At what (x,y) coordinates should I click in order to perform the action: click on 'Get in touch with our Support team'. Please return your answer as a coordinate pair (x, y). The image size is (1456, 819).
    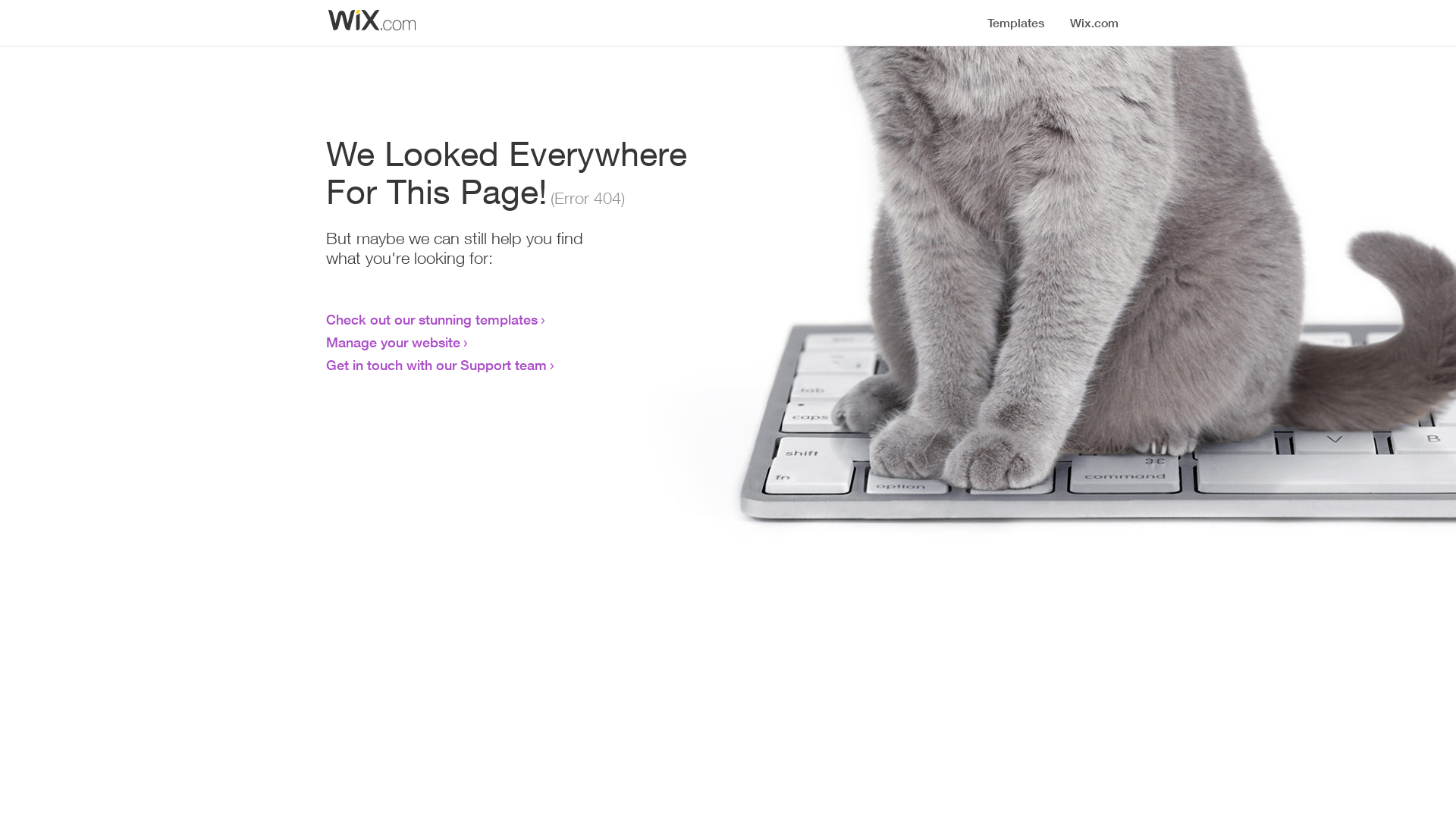
    Looking at the image, I should click on (435, 365).